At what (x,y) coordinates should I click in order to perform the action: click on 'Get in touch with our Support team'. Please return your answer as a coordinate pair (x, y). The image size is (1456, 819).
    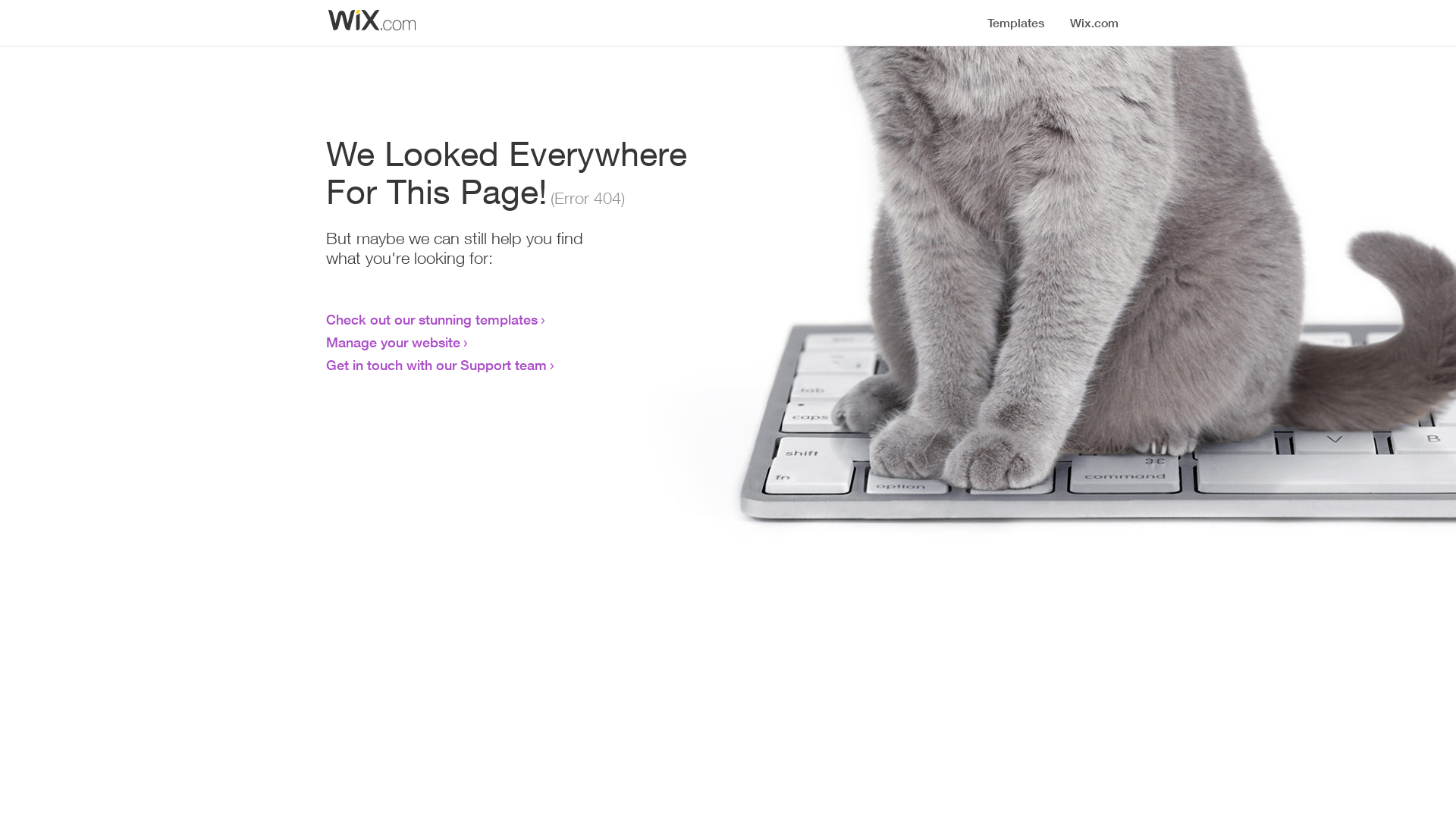
    Looking at the image, I should click on (435, 365).